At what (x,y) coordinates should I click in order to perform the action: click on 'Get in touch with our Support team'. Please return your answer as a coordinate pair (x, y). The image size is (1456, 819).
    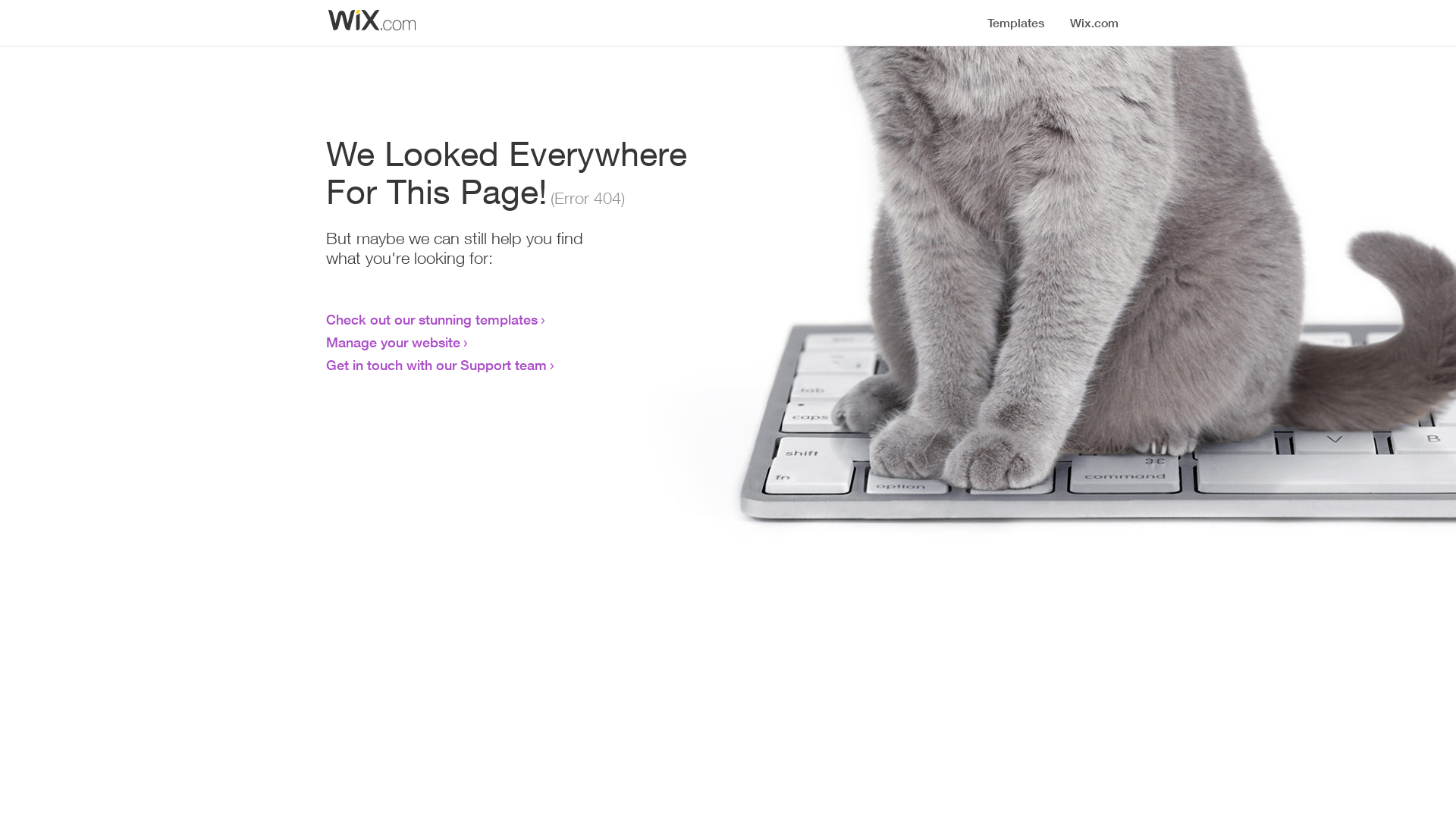
    Looking at the image, I should click on (435, 365).